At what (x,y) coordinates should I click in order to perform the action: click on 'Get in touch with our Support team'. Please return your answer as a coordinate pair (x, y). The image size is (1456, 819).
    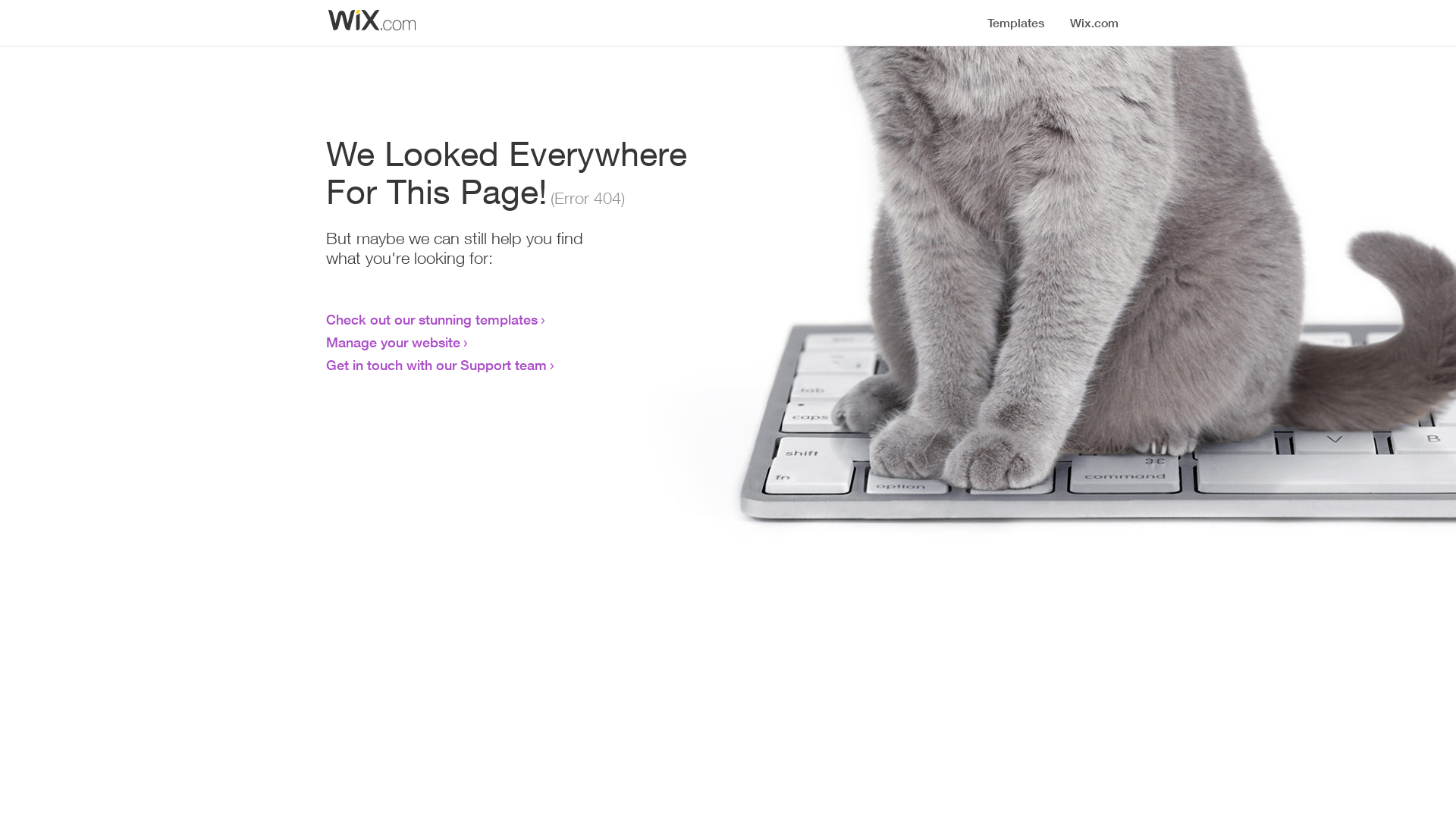
    Looking at the image, I should click on (435, 365).